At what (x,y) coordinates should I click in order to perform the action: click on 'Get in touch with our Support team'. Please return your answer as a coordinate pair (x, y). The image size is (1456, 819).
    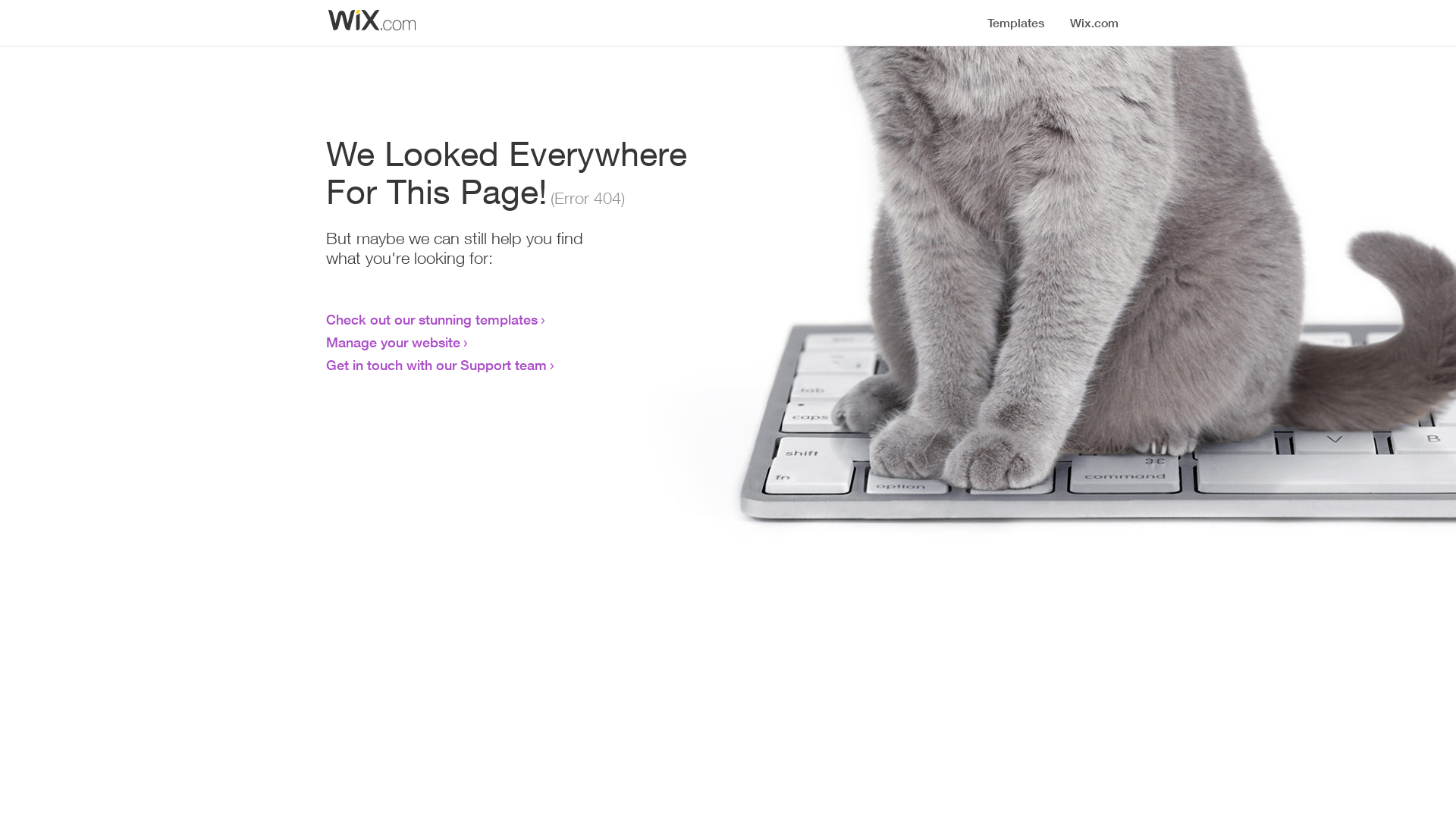
    Looking at the image, I should click on (435, 365).